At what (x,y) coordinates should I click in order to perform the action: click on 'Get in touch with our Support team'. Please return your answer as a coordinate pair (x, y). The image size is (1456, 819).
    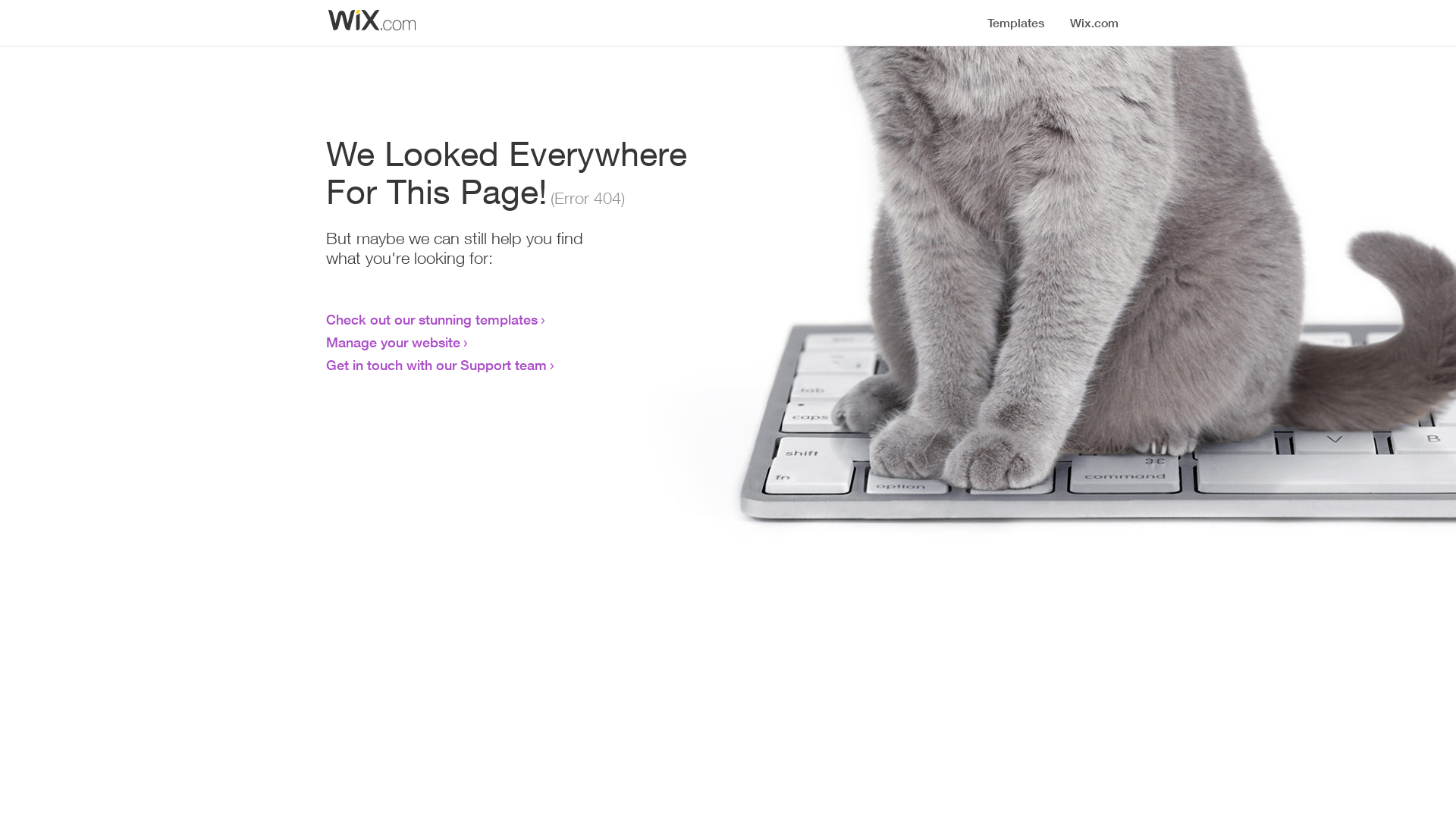
    Looking at the image, I should click on (435, 365).